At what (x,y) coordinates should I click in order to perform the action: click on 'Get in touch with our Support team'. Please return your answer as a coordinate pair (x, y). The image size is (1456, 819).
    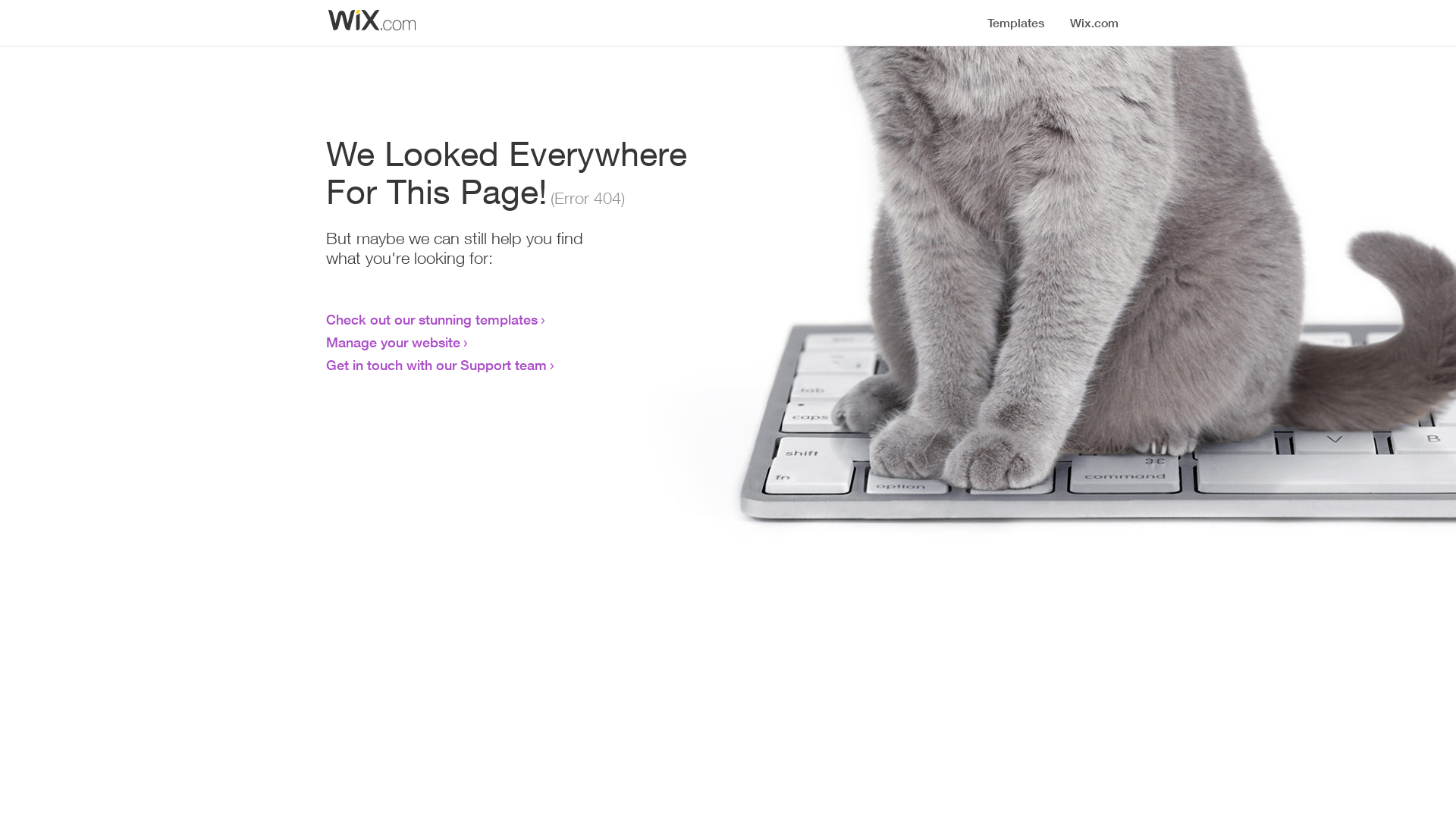
    Looking at the image, I should click on (435, 365).